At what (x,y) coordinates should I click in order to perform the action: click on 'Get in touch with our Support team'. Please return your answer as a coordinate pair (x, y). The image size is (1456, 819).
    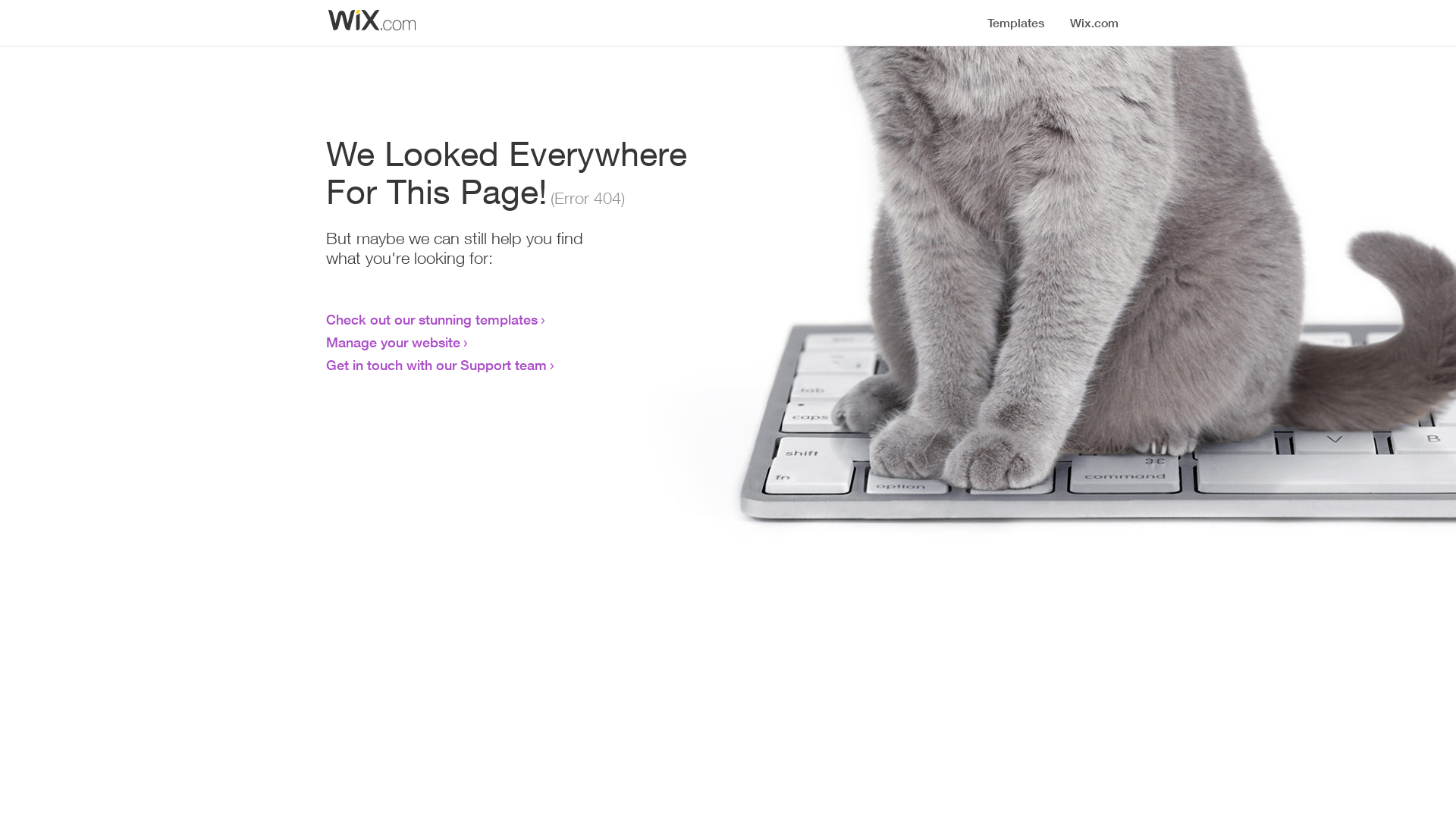
    Looking at the image, I should click on (435, 365).